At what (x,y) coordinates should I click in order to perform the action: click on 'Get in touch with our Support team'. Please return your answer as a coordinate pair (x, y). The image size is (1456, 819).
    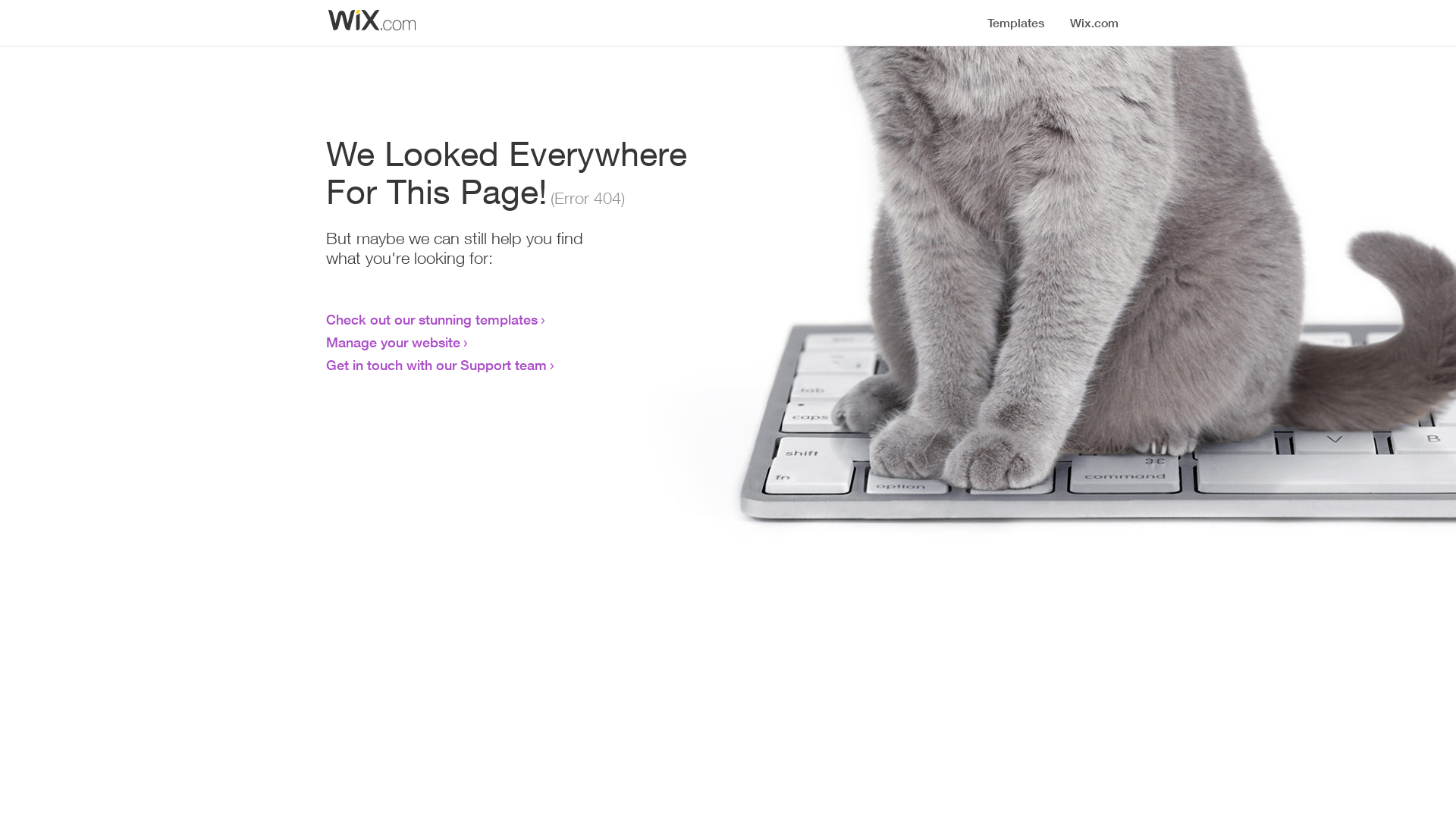
    Looking at the image, I should click on (435, 365).